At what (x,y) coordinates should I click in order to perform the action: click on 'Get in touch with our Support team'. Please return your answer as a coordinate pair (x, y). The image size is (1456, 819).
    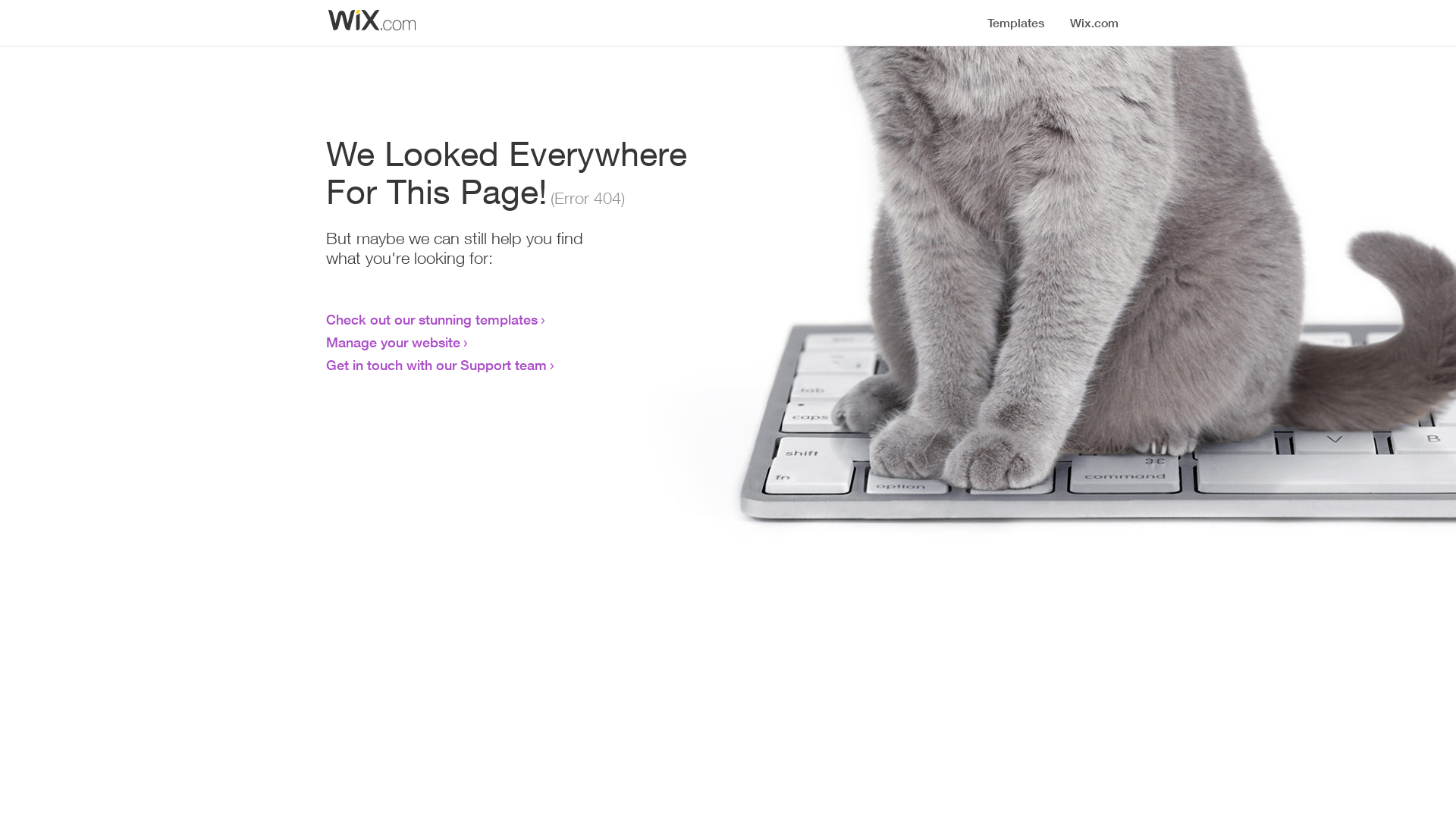
    Looking at the image, I should click on (435, 365).